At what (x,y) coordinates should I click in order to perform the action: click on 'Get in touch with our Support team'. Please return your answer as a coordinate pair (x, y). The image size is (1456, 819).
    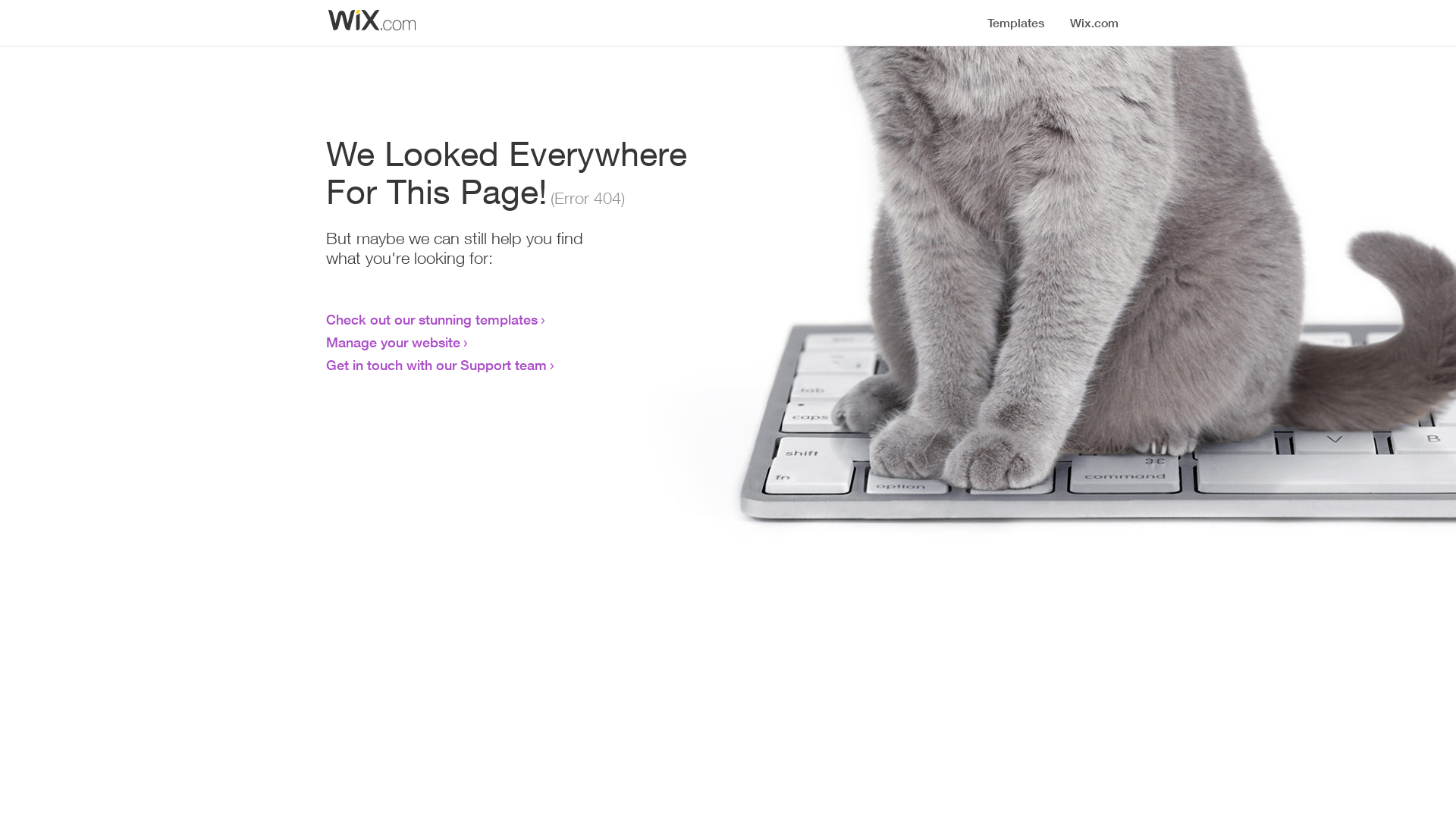
    Looking at the image, I should click on (435, 365).